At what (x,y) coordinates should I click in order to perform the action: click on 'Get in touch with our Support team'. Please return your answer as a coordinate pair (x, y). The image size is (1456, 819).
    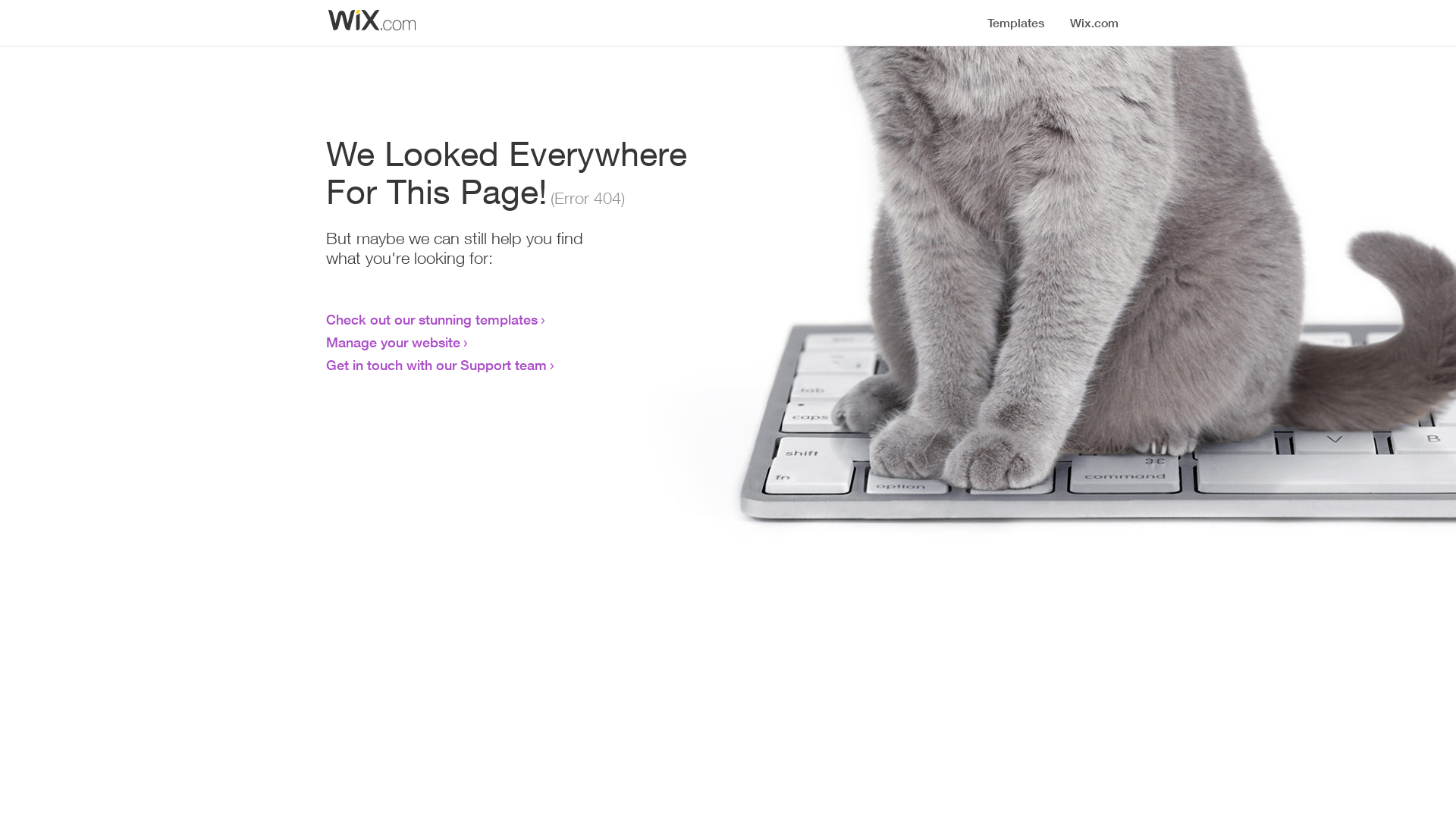
    Looking at the image, I should click on (435, 365).